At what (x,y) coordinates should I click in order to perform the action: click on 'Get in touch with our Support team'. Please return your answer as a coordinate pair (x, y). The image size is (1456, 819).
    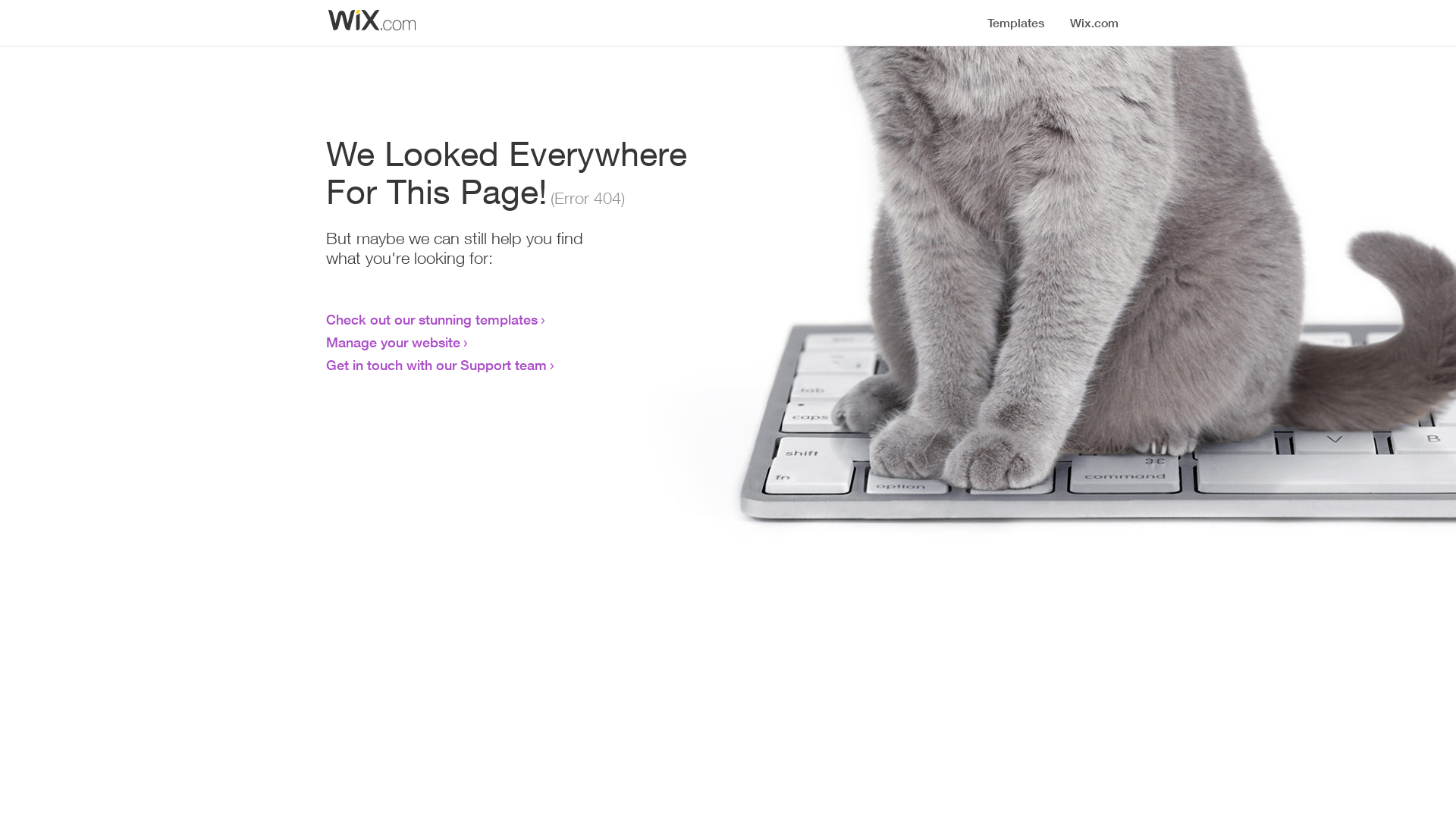
    Looking at the image, I should click on (435, 365).